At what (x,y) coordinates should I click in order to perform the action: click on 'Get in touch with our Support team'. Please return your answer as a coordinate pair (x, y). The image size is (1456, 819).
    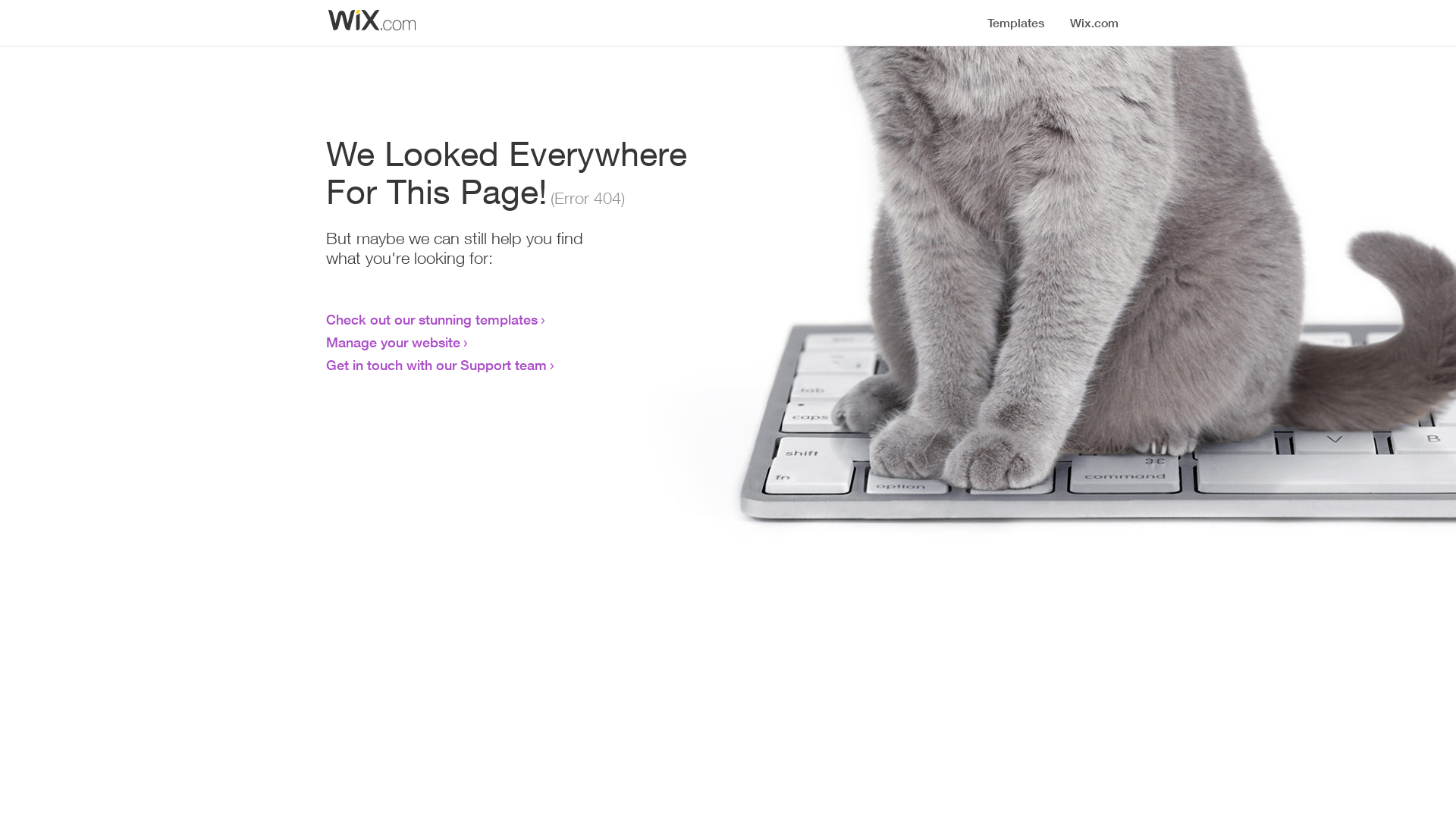
    Looking at the image, I should click on (435, 365).